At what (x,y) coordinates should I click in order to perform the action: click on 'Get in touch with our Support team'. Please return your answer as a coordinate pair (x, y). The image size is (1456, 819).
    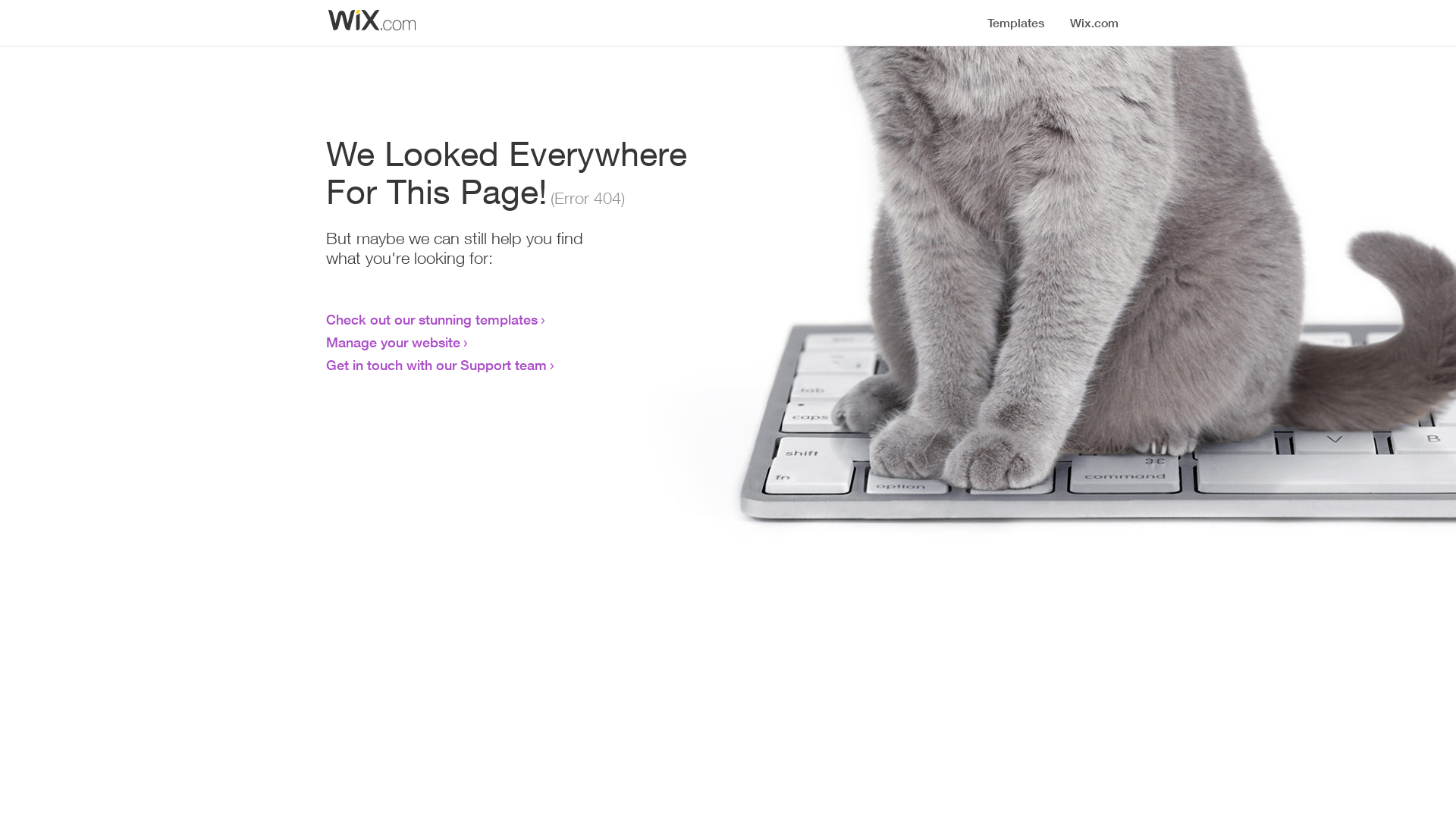
    Looking at the image, I should click on (435, 365).